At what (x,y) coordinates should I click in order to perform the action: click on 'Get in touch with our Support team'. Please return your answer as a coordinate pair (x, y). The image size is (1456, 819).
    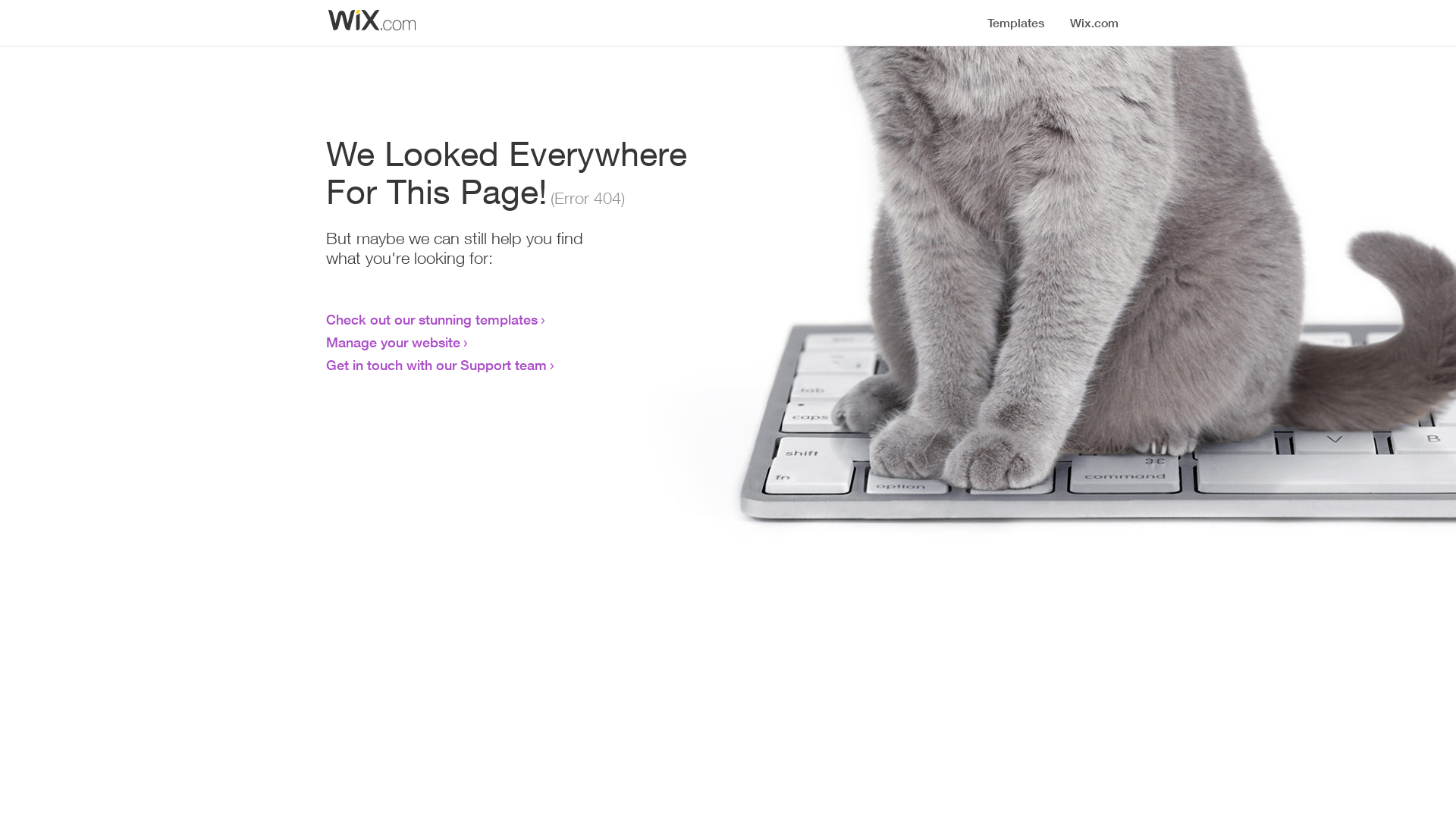
    Looking at the image, I should click on (435, 365).